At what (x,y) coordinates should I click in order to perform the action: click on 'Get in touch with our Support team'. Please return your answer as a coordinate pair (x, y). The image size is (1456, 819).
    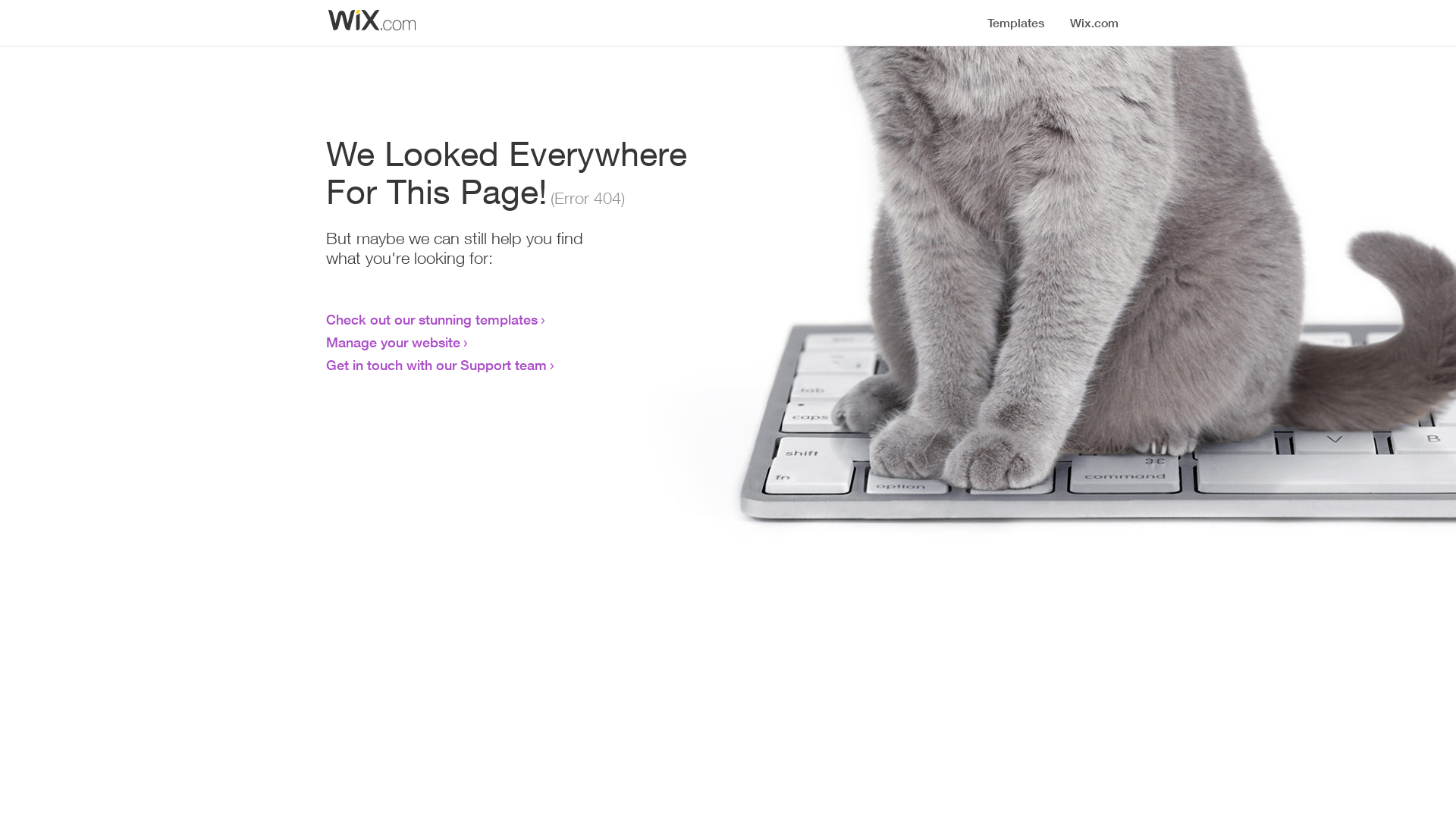
    Looking at the image, I should click on (435, 365).